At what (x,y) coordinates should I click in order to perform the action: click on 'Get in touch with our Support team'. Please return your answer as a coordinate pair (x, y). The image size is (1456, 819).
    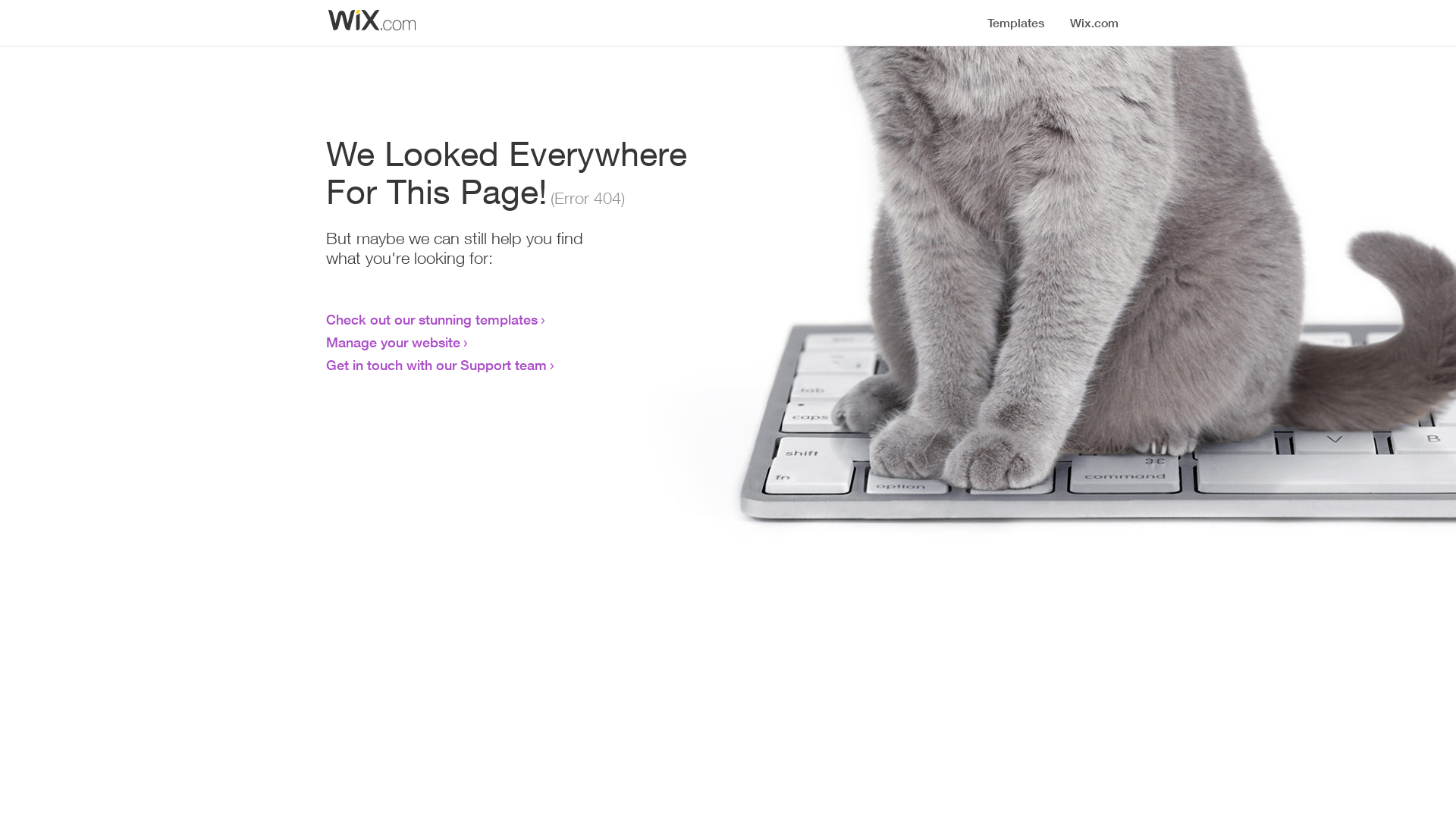
    Looking at the image, I should click on (435, 365).